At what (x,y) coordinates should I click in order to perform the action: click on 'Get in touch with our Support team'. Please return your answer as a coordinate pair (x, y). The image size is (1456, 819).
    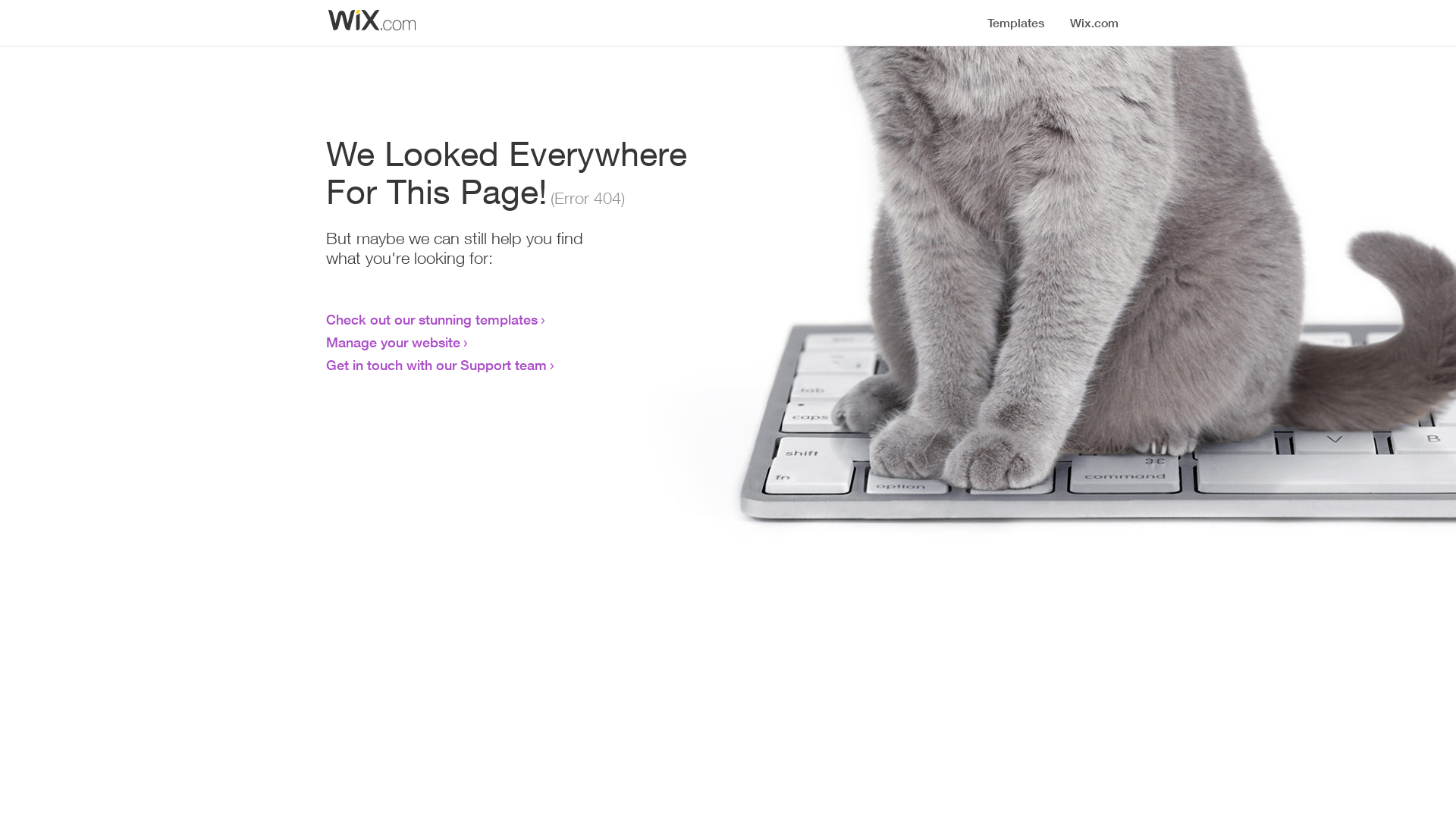
    Looking at the image, I should click on (435, 365).